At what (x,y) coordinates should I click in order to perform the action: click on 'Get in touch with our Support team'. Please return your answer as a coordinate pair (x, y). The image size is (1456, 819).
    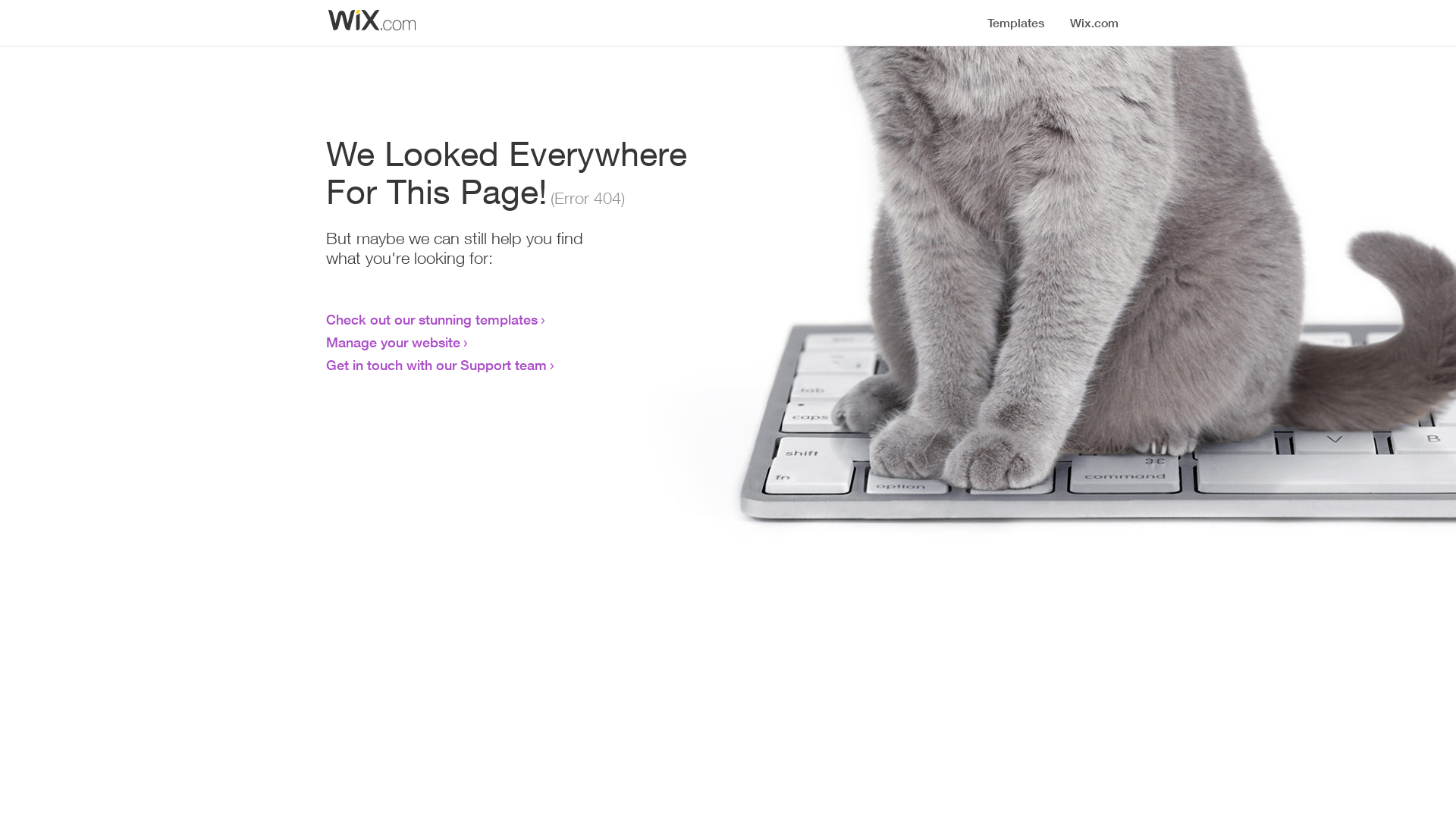
    Looking at the image, I should click on (435, 365).